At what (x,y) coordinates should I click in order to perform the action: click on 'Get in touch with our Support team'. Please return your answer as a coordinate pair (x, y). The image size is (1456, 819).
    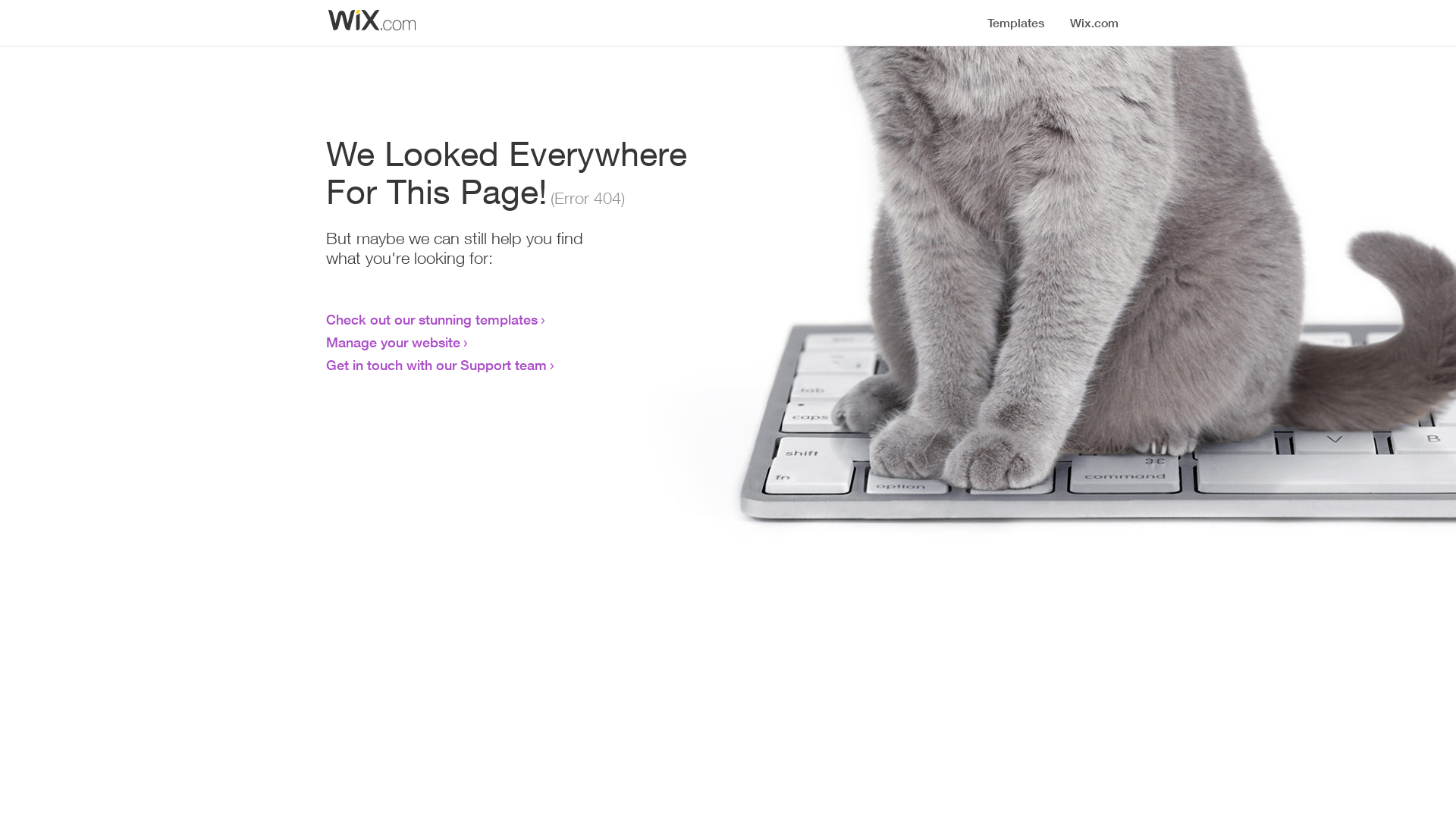
    Looking at the image, I should click on (435, 365).